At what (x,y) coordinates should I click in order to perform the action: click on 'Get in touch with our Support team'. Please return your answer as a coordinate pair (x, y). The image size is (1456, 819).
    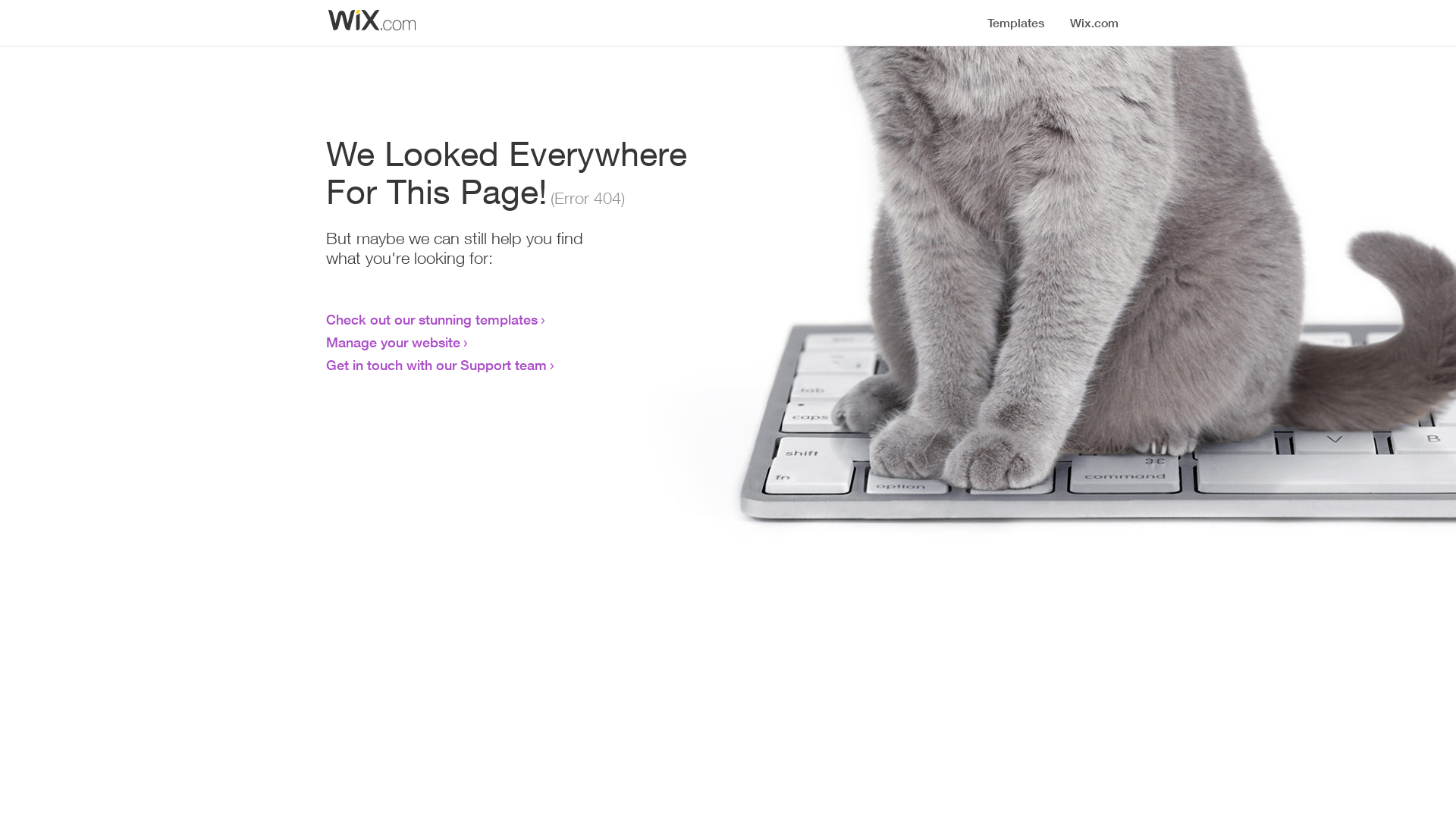
    Looking at the image, I should click on (435, 365).